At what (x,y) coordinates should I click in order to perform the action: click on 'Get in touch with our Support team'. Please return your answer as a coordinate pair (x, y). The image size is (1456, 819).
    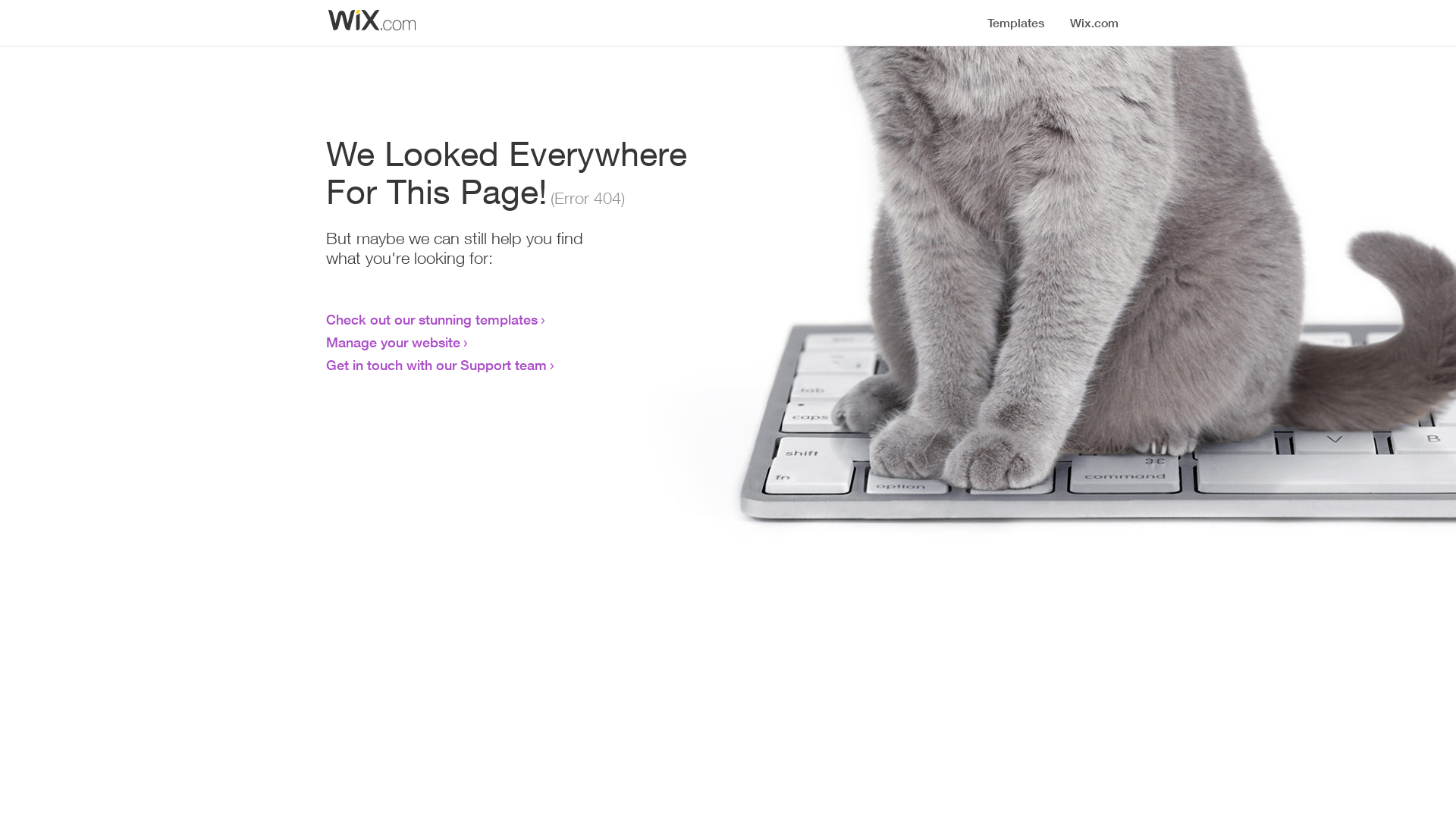
    Looking at the image, I should click on (435, 365).